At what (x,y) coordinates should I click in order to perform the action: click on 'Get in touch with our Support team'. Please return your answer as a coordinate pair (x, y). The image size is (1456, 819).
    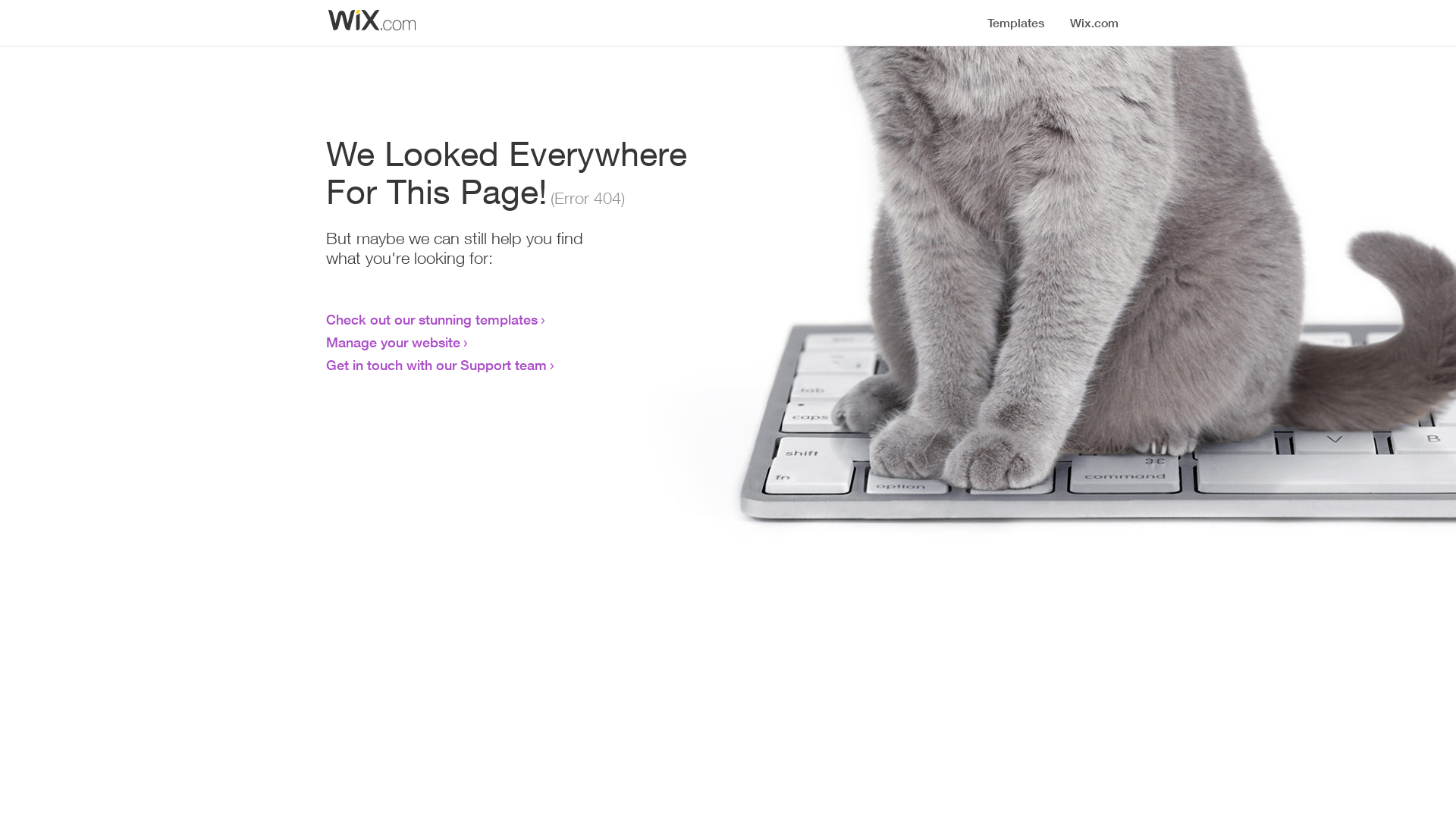
    Looking at the image, I should click on (435, 365).